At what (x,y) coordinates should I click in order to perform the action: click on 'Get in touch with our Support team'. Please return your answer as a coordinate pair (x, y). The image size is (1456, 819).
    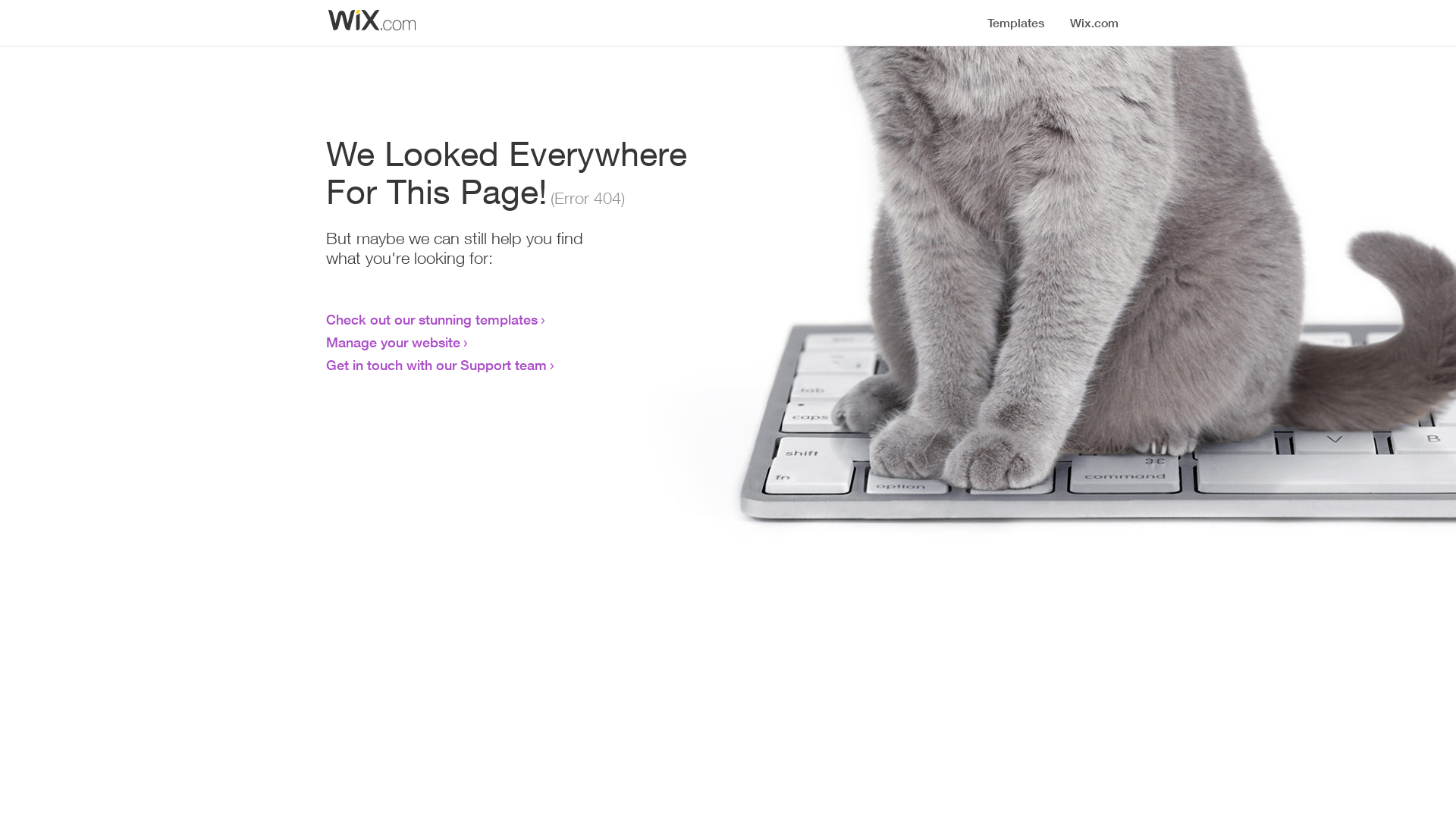
    Looking at the image, I should click on (435, 365).